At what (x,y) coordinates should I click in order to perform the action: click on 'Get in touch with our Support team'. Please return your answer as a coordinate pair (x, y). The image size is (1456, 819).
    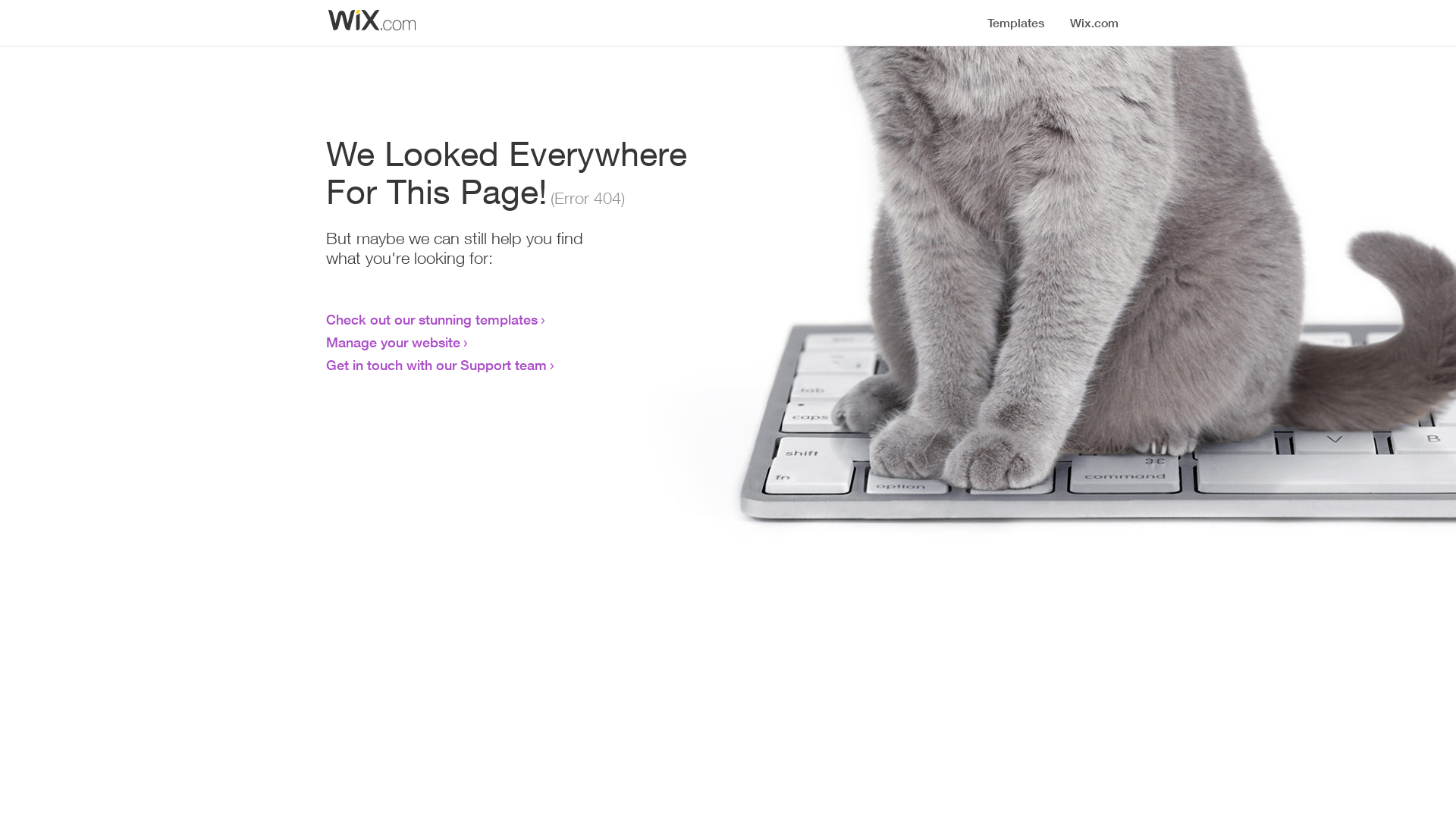
    Looking at the image, I should click on (435, 365).